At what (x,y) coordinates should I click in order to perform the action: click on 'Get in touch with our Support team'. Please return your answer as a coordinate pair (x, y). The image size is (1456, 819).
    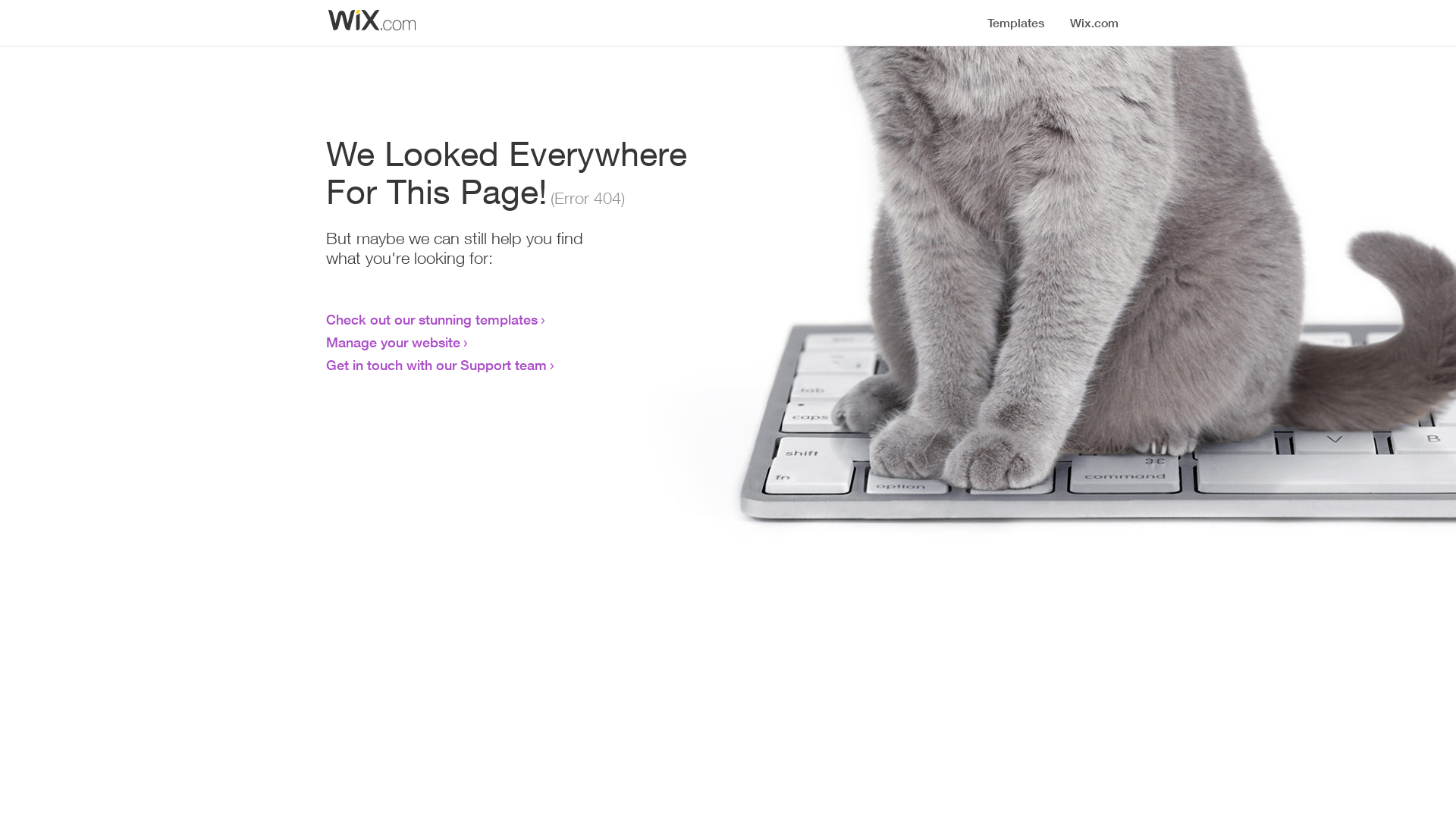
    Looking at the image, I should click on (435, 365).